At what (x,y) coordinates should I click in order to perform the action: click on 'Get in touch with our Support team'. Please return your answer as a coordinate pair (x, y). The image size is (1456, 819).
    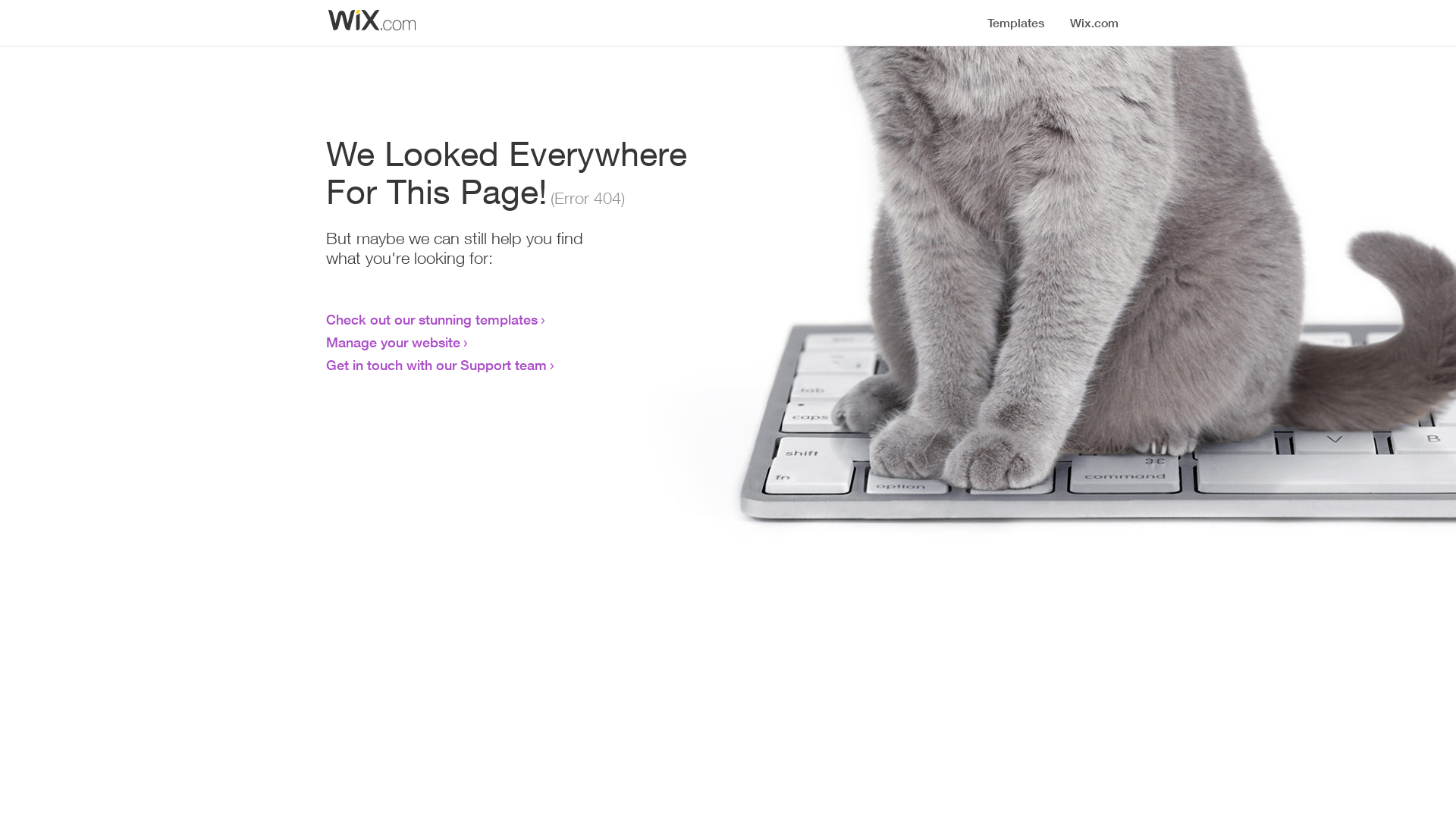
    Looking at the image, I should click on (435, 365).